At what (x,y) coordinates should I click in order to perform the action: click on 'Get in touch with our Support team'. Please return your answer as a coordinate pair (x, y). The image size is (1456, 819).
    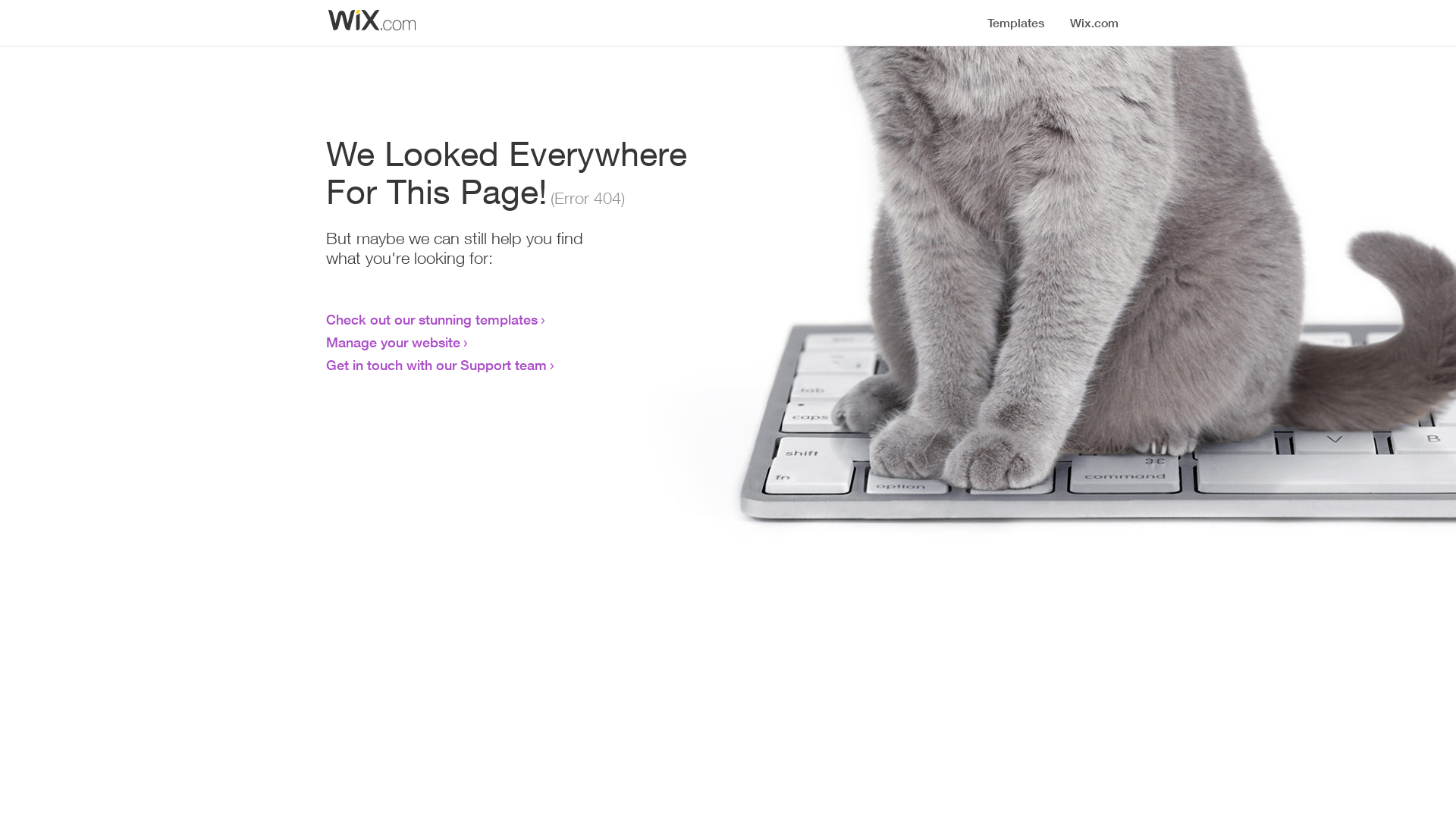
    Looking at the image, I should click on (435, 365).